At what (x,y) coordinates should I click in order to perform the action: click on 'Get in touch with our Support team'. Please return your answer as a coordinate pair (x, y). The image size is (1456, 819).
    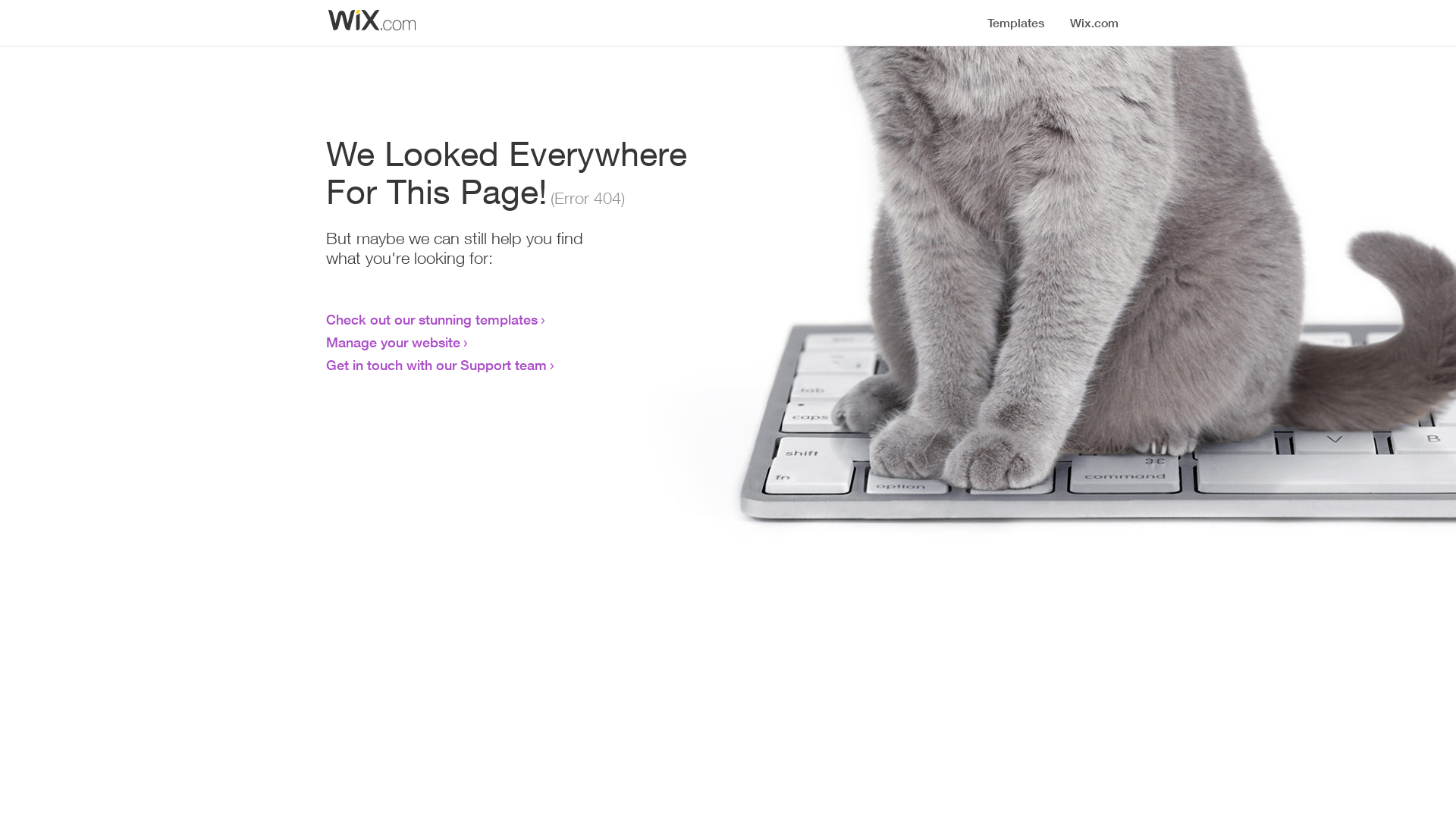
    Looking at the image, I should click on (435, 365).